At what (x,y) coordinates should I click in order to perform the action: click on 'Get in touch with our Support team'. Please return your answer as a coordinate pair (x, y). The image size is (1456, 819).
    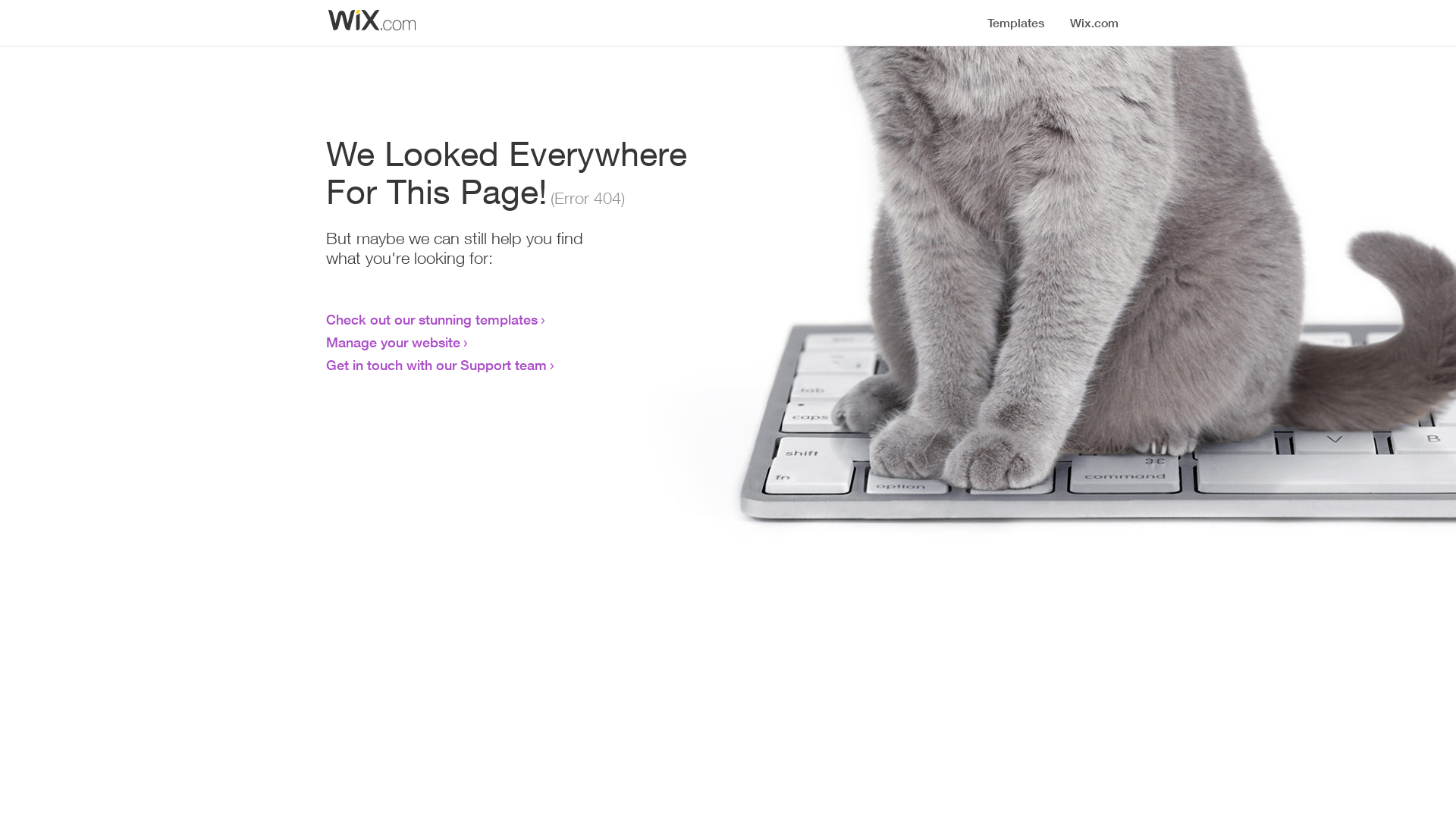
    Looking at the image, I should click on (435, 365).